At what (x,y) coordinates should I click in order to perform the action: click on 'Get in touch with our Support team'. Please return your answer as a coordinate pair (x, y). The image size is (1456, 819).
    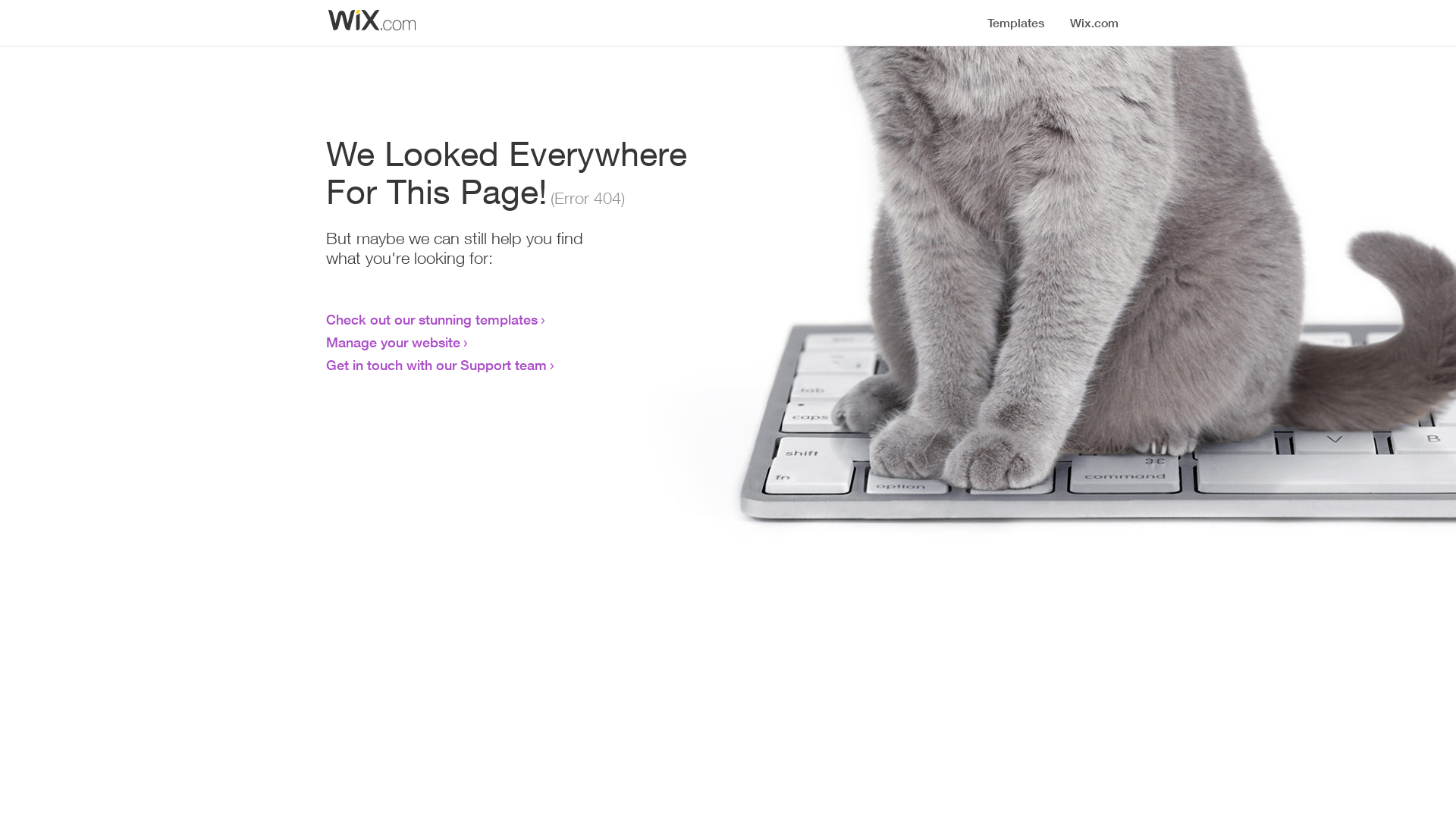
    Looking at the image, I should click on (435, 365).